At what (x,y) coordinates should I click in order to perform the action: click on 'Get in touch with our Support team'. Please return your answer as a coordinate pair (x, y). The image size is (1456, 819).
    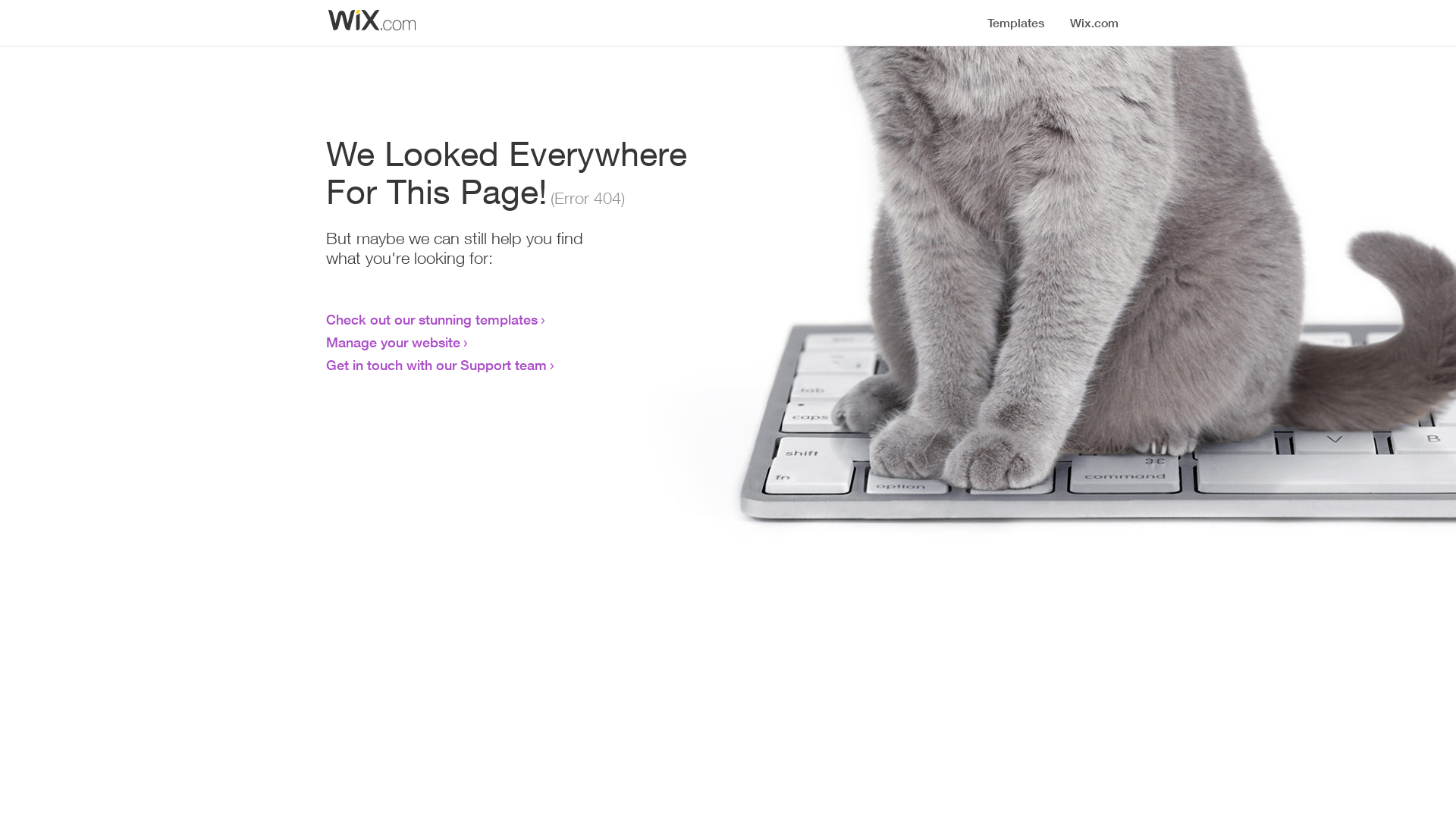
    Looking at the image, I should click on (435, 365).